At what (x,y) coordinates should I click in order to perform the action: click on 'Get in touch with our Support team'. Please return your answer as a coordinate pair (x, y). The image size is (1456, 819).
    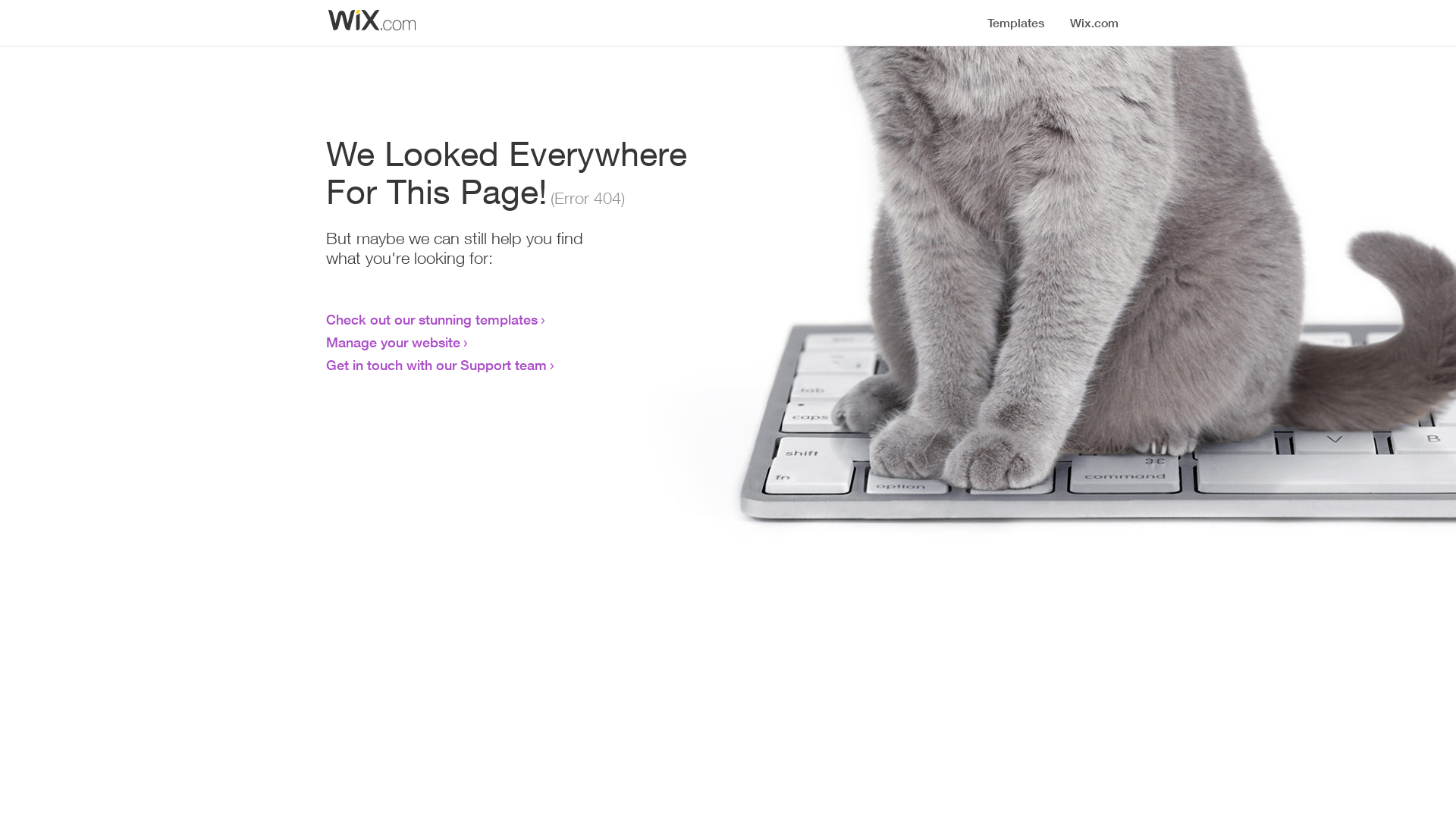
    Looking at the image, I should click on (435, 365).